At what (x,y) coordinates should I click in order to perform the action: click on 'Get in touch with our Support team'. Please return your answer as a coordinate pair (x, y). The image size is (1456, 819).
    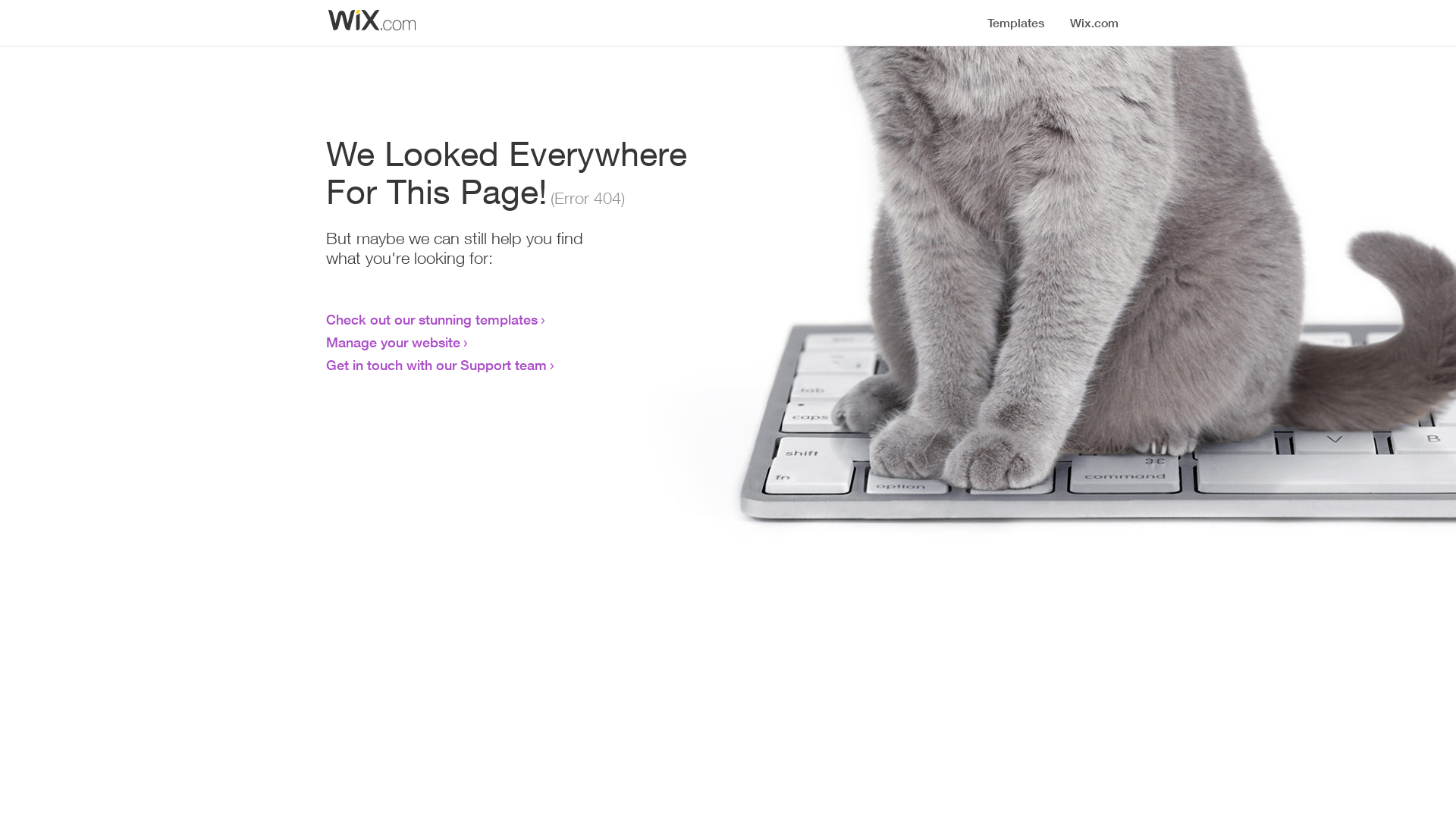
    Looking at the image, I should click on (435, 365).